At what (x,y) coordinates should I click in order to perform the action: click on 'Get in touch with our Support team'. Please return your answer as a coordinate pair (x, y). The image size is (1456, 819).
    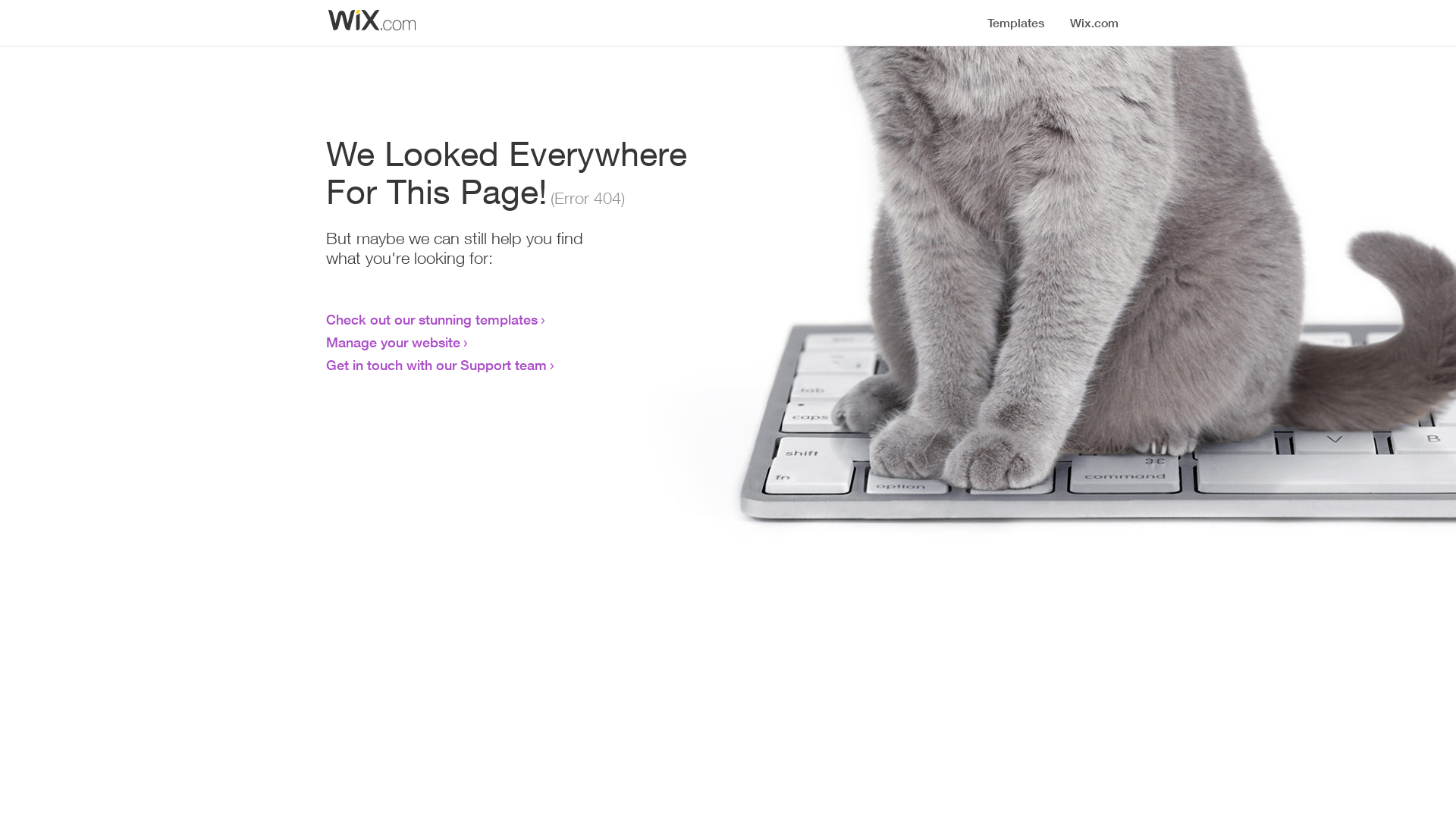
    Looking at the image, I should click on (435, 365).